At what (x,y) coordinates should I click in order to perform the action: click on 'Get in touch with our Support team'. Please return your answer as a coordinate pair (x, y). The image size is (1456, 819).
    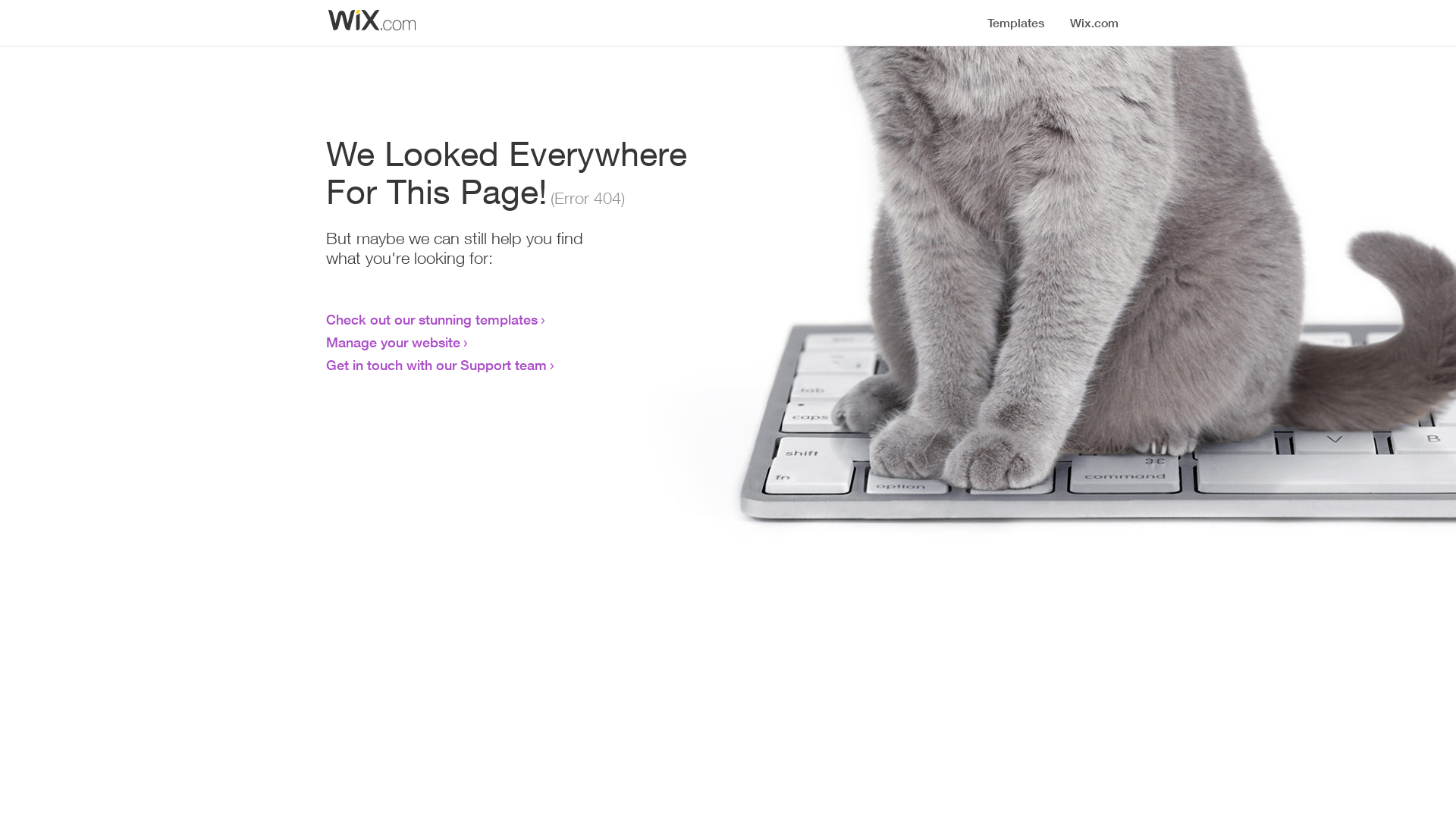
    Looking at the image, I should click on (435, 365).